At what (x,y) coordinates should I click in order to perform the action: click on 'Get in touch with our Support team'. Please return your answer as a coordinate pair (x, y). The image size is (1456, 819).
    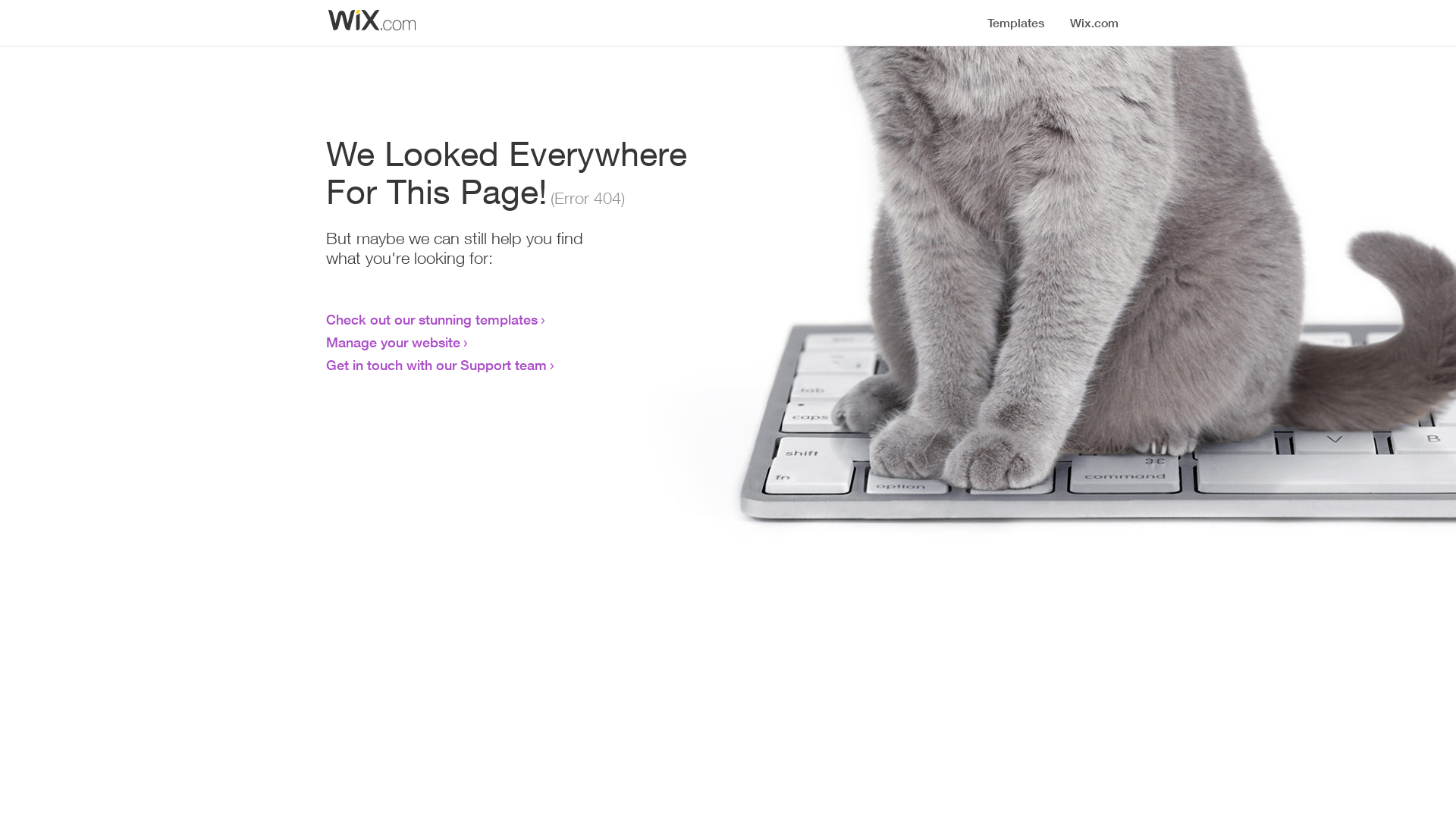
    Looking at the image, I should click on (435, 365).